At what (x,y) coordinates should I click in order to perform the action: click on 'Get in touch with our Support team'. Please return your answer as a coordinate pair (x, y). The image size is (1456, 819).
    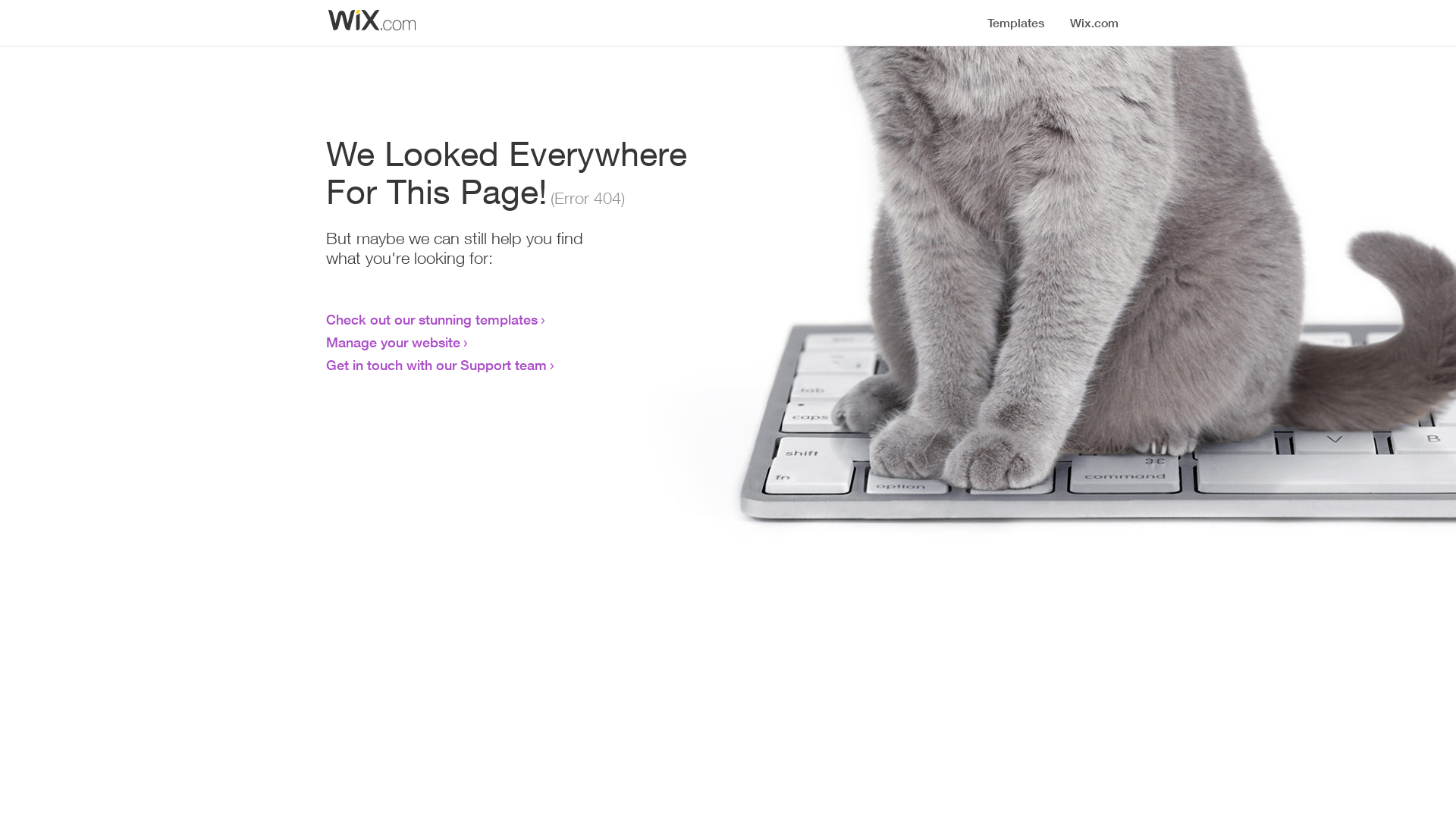
    Looking at the image, I should click on (435, 365).